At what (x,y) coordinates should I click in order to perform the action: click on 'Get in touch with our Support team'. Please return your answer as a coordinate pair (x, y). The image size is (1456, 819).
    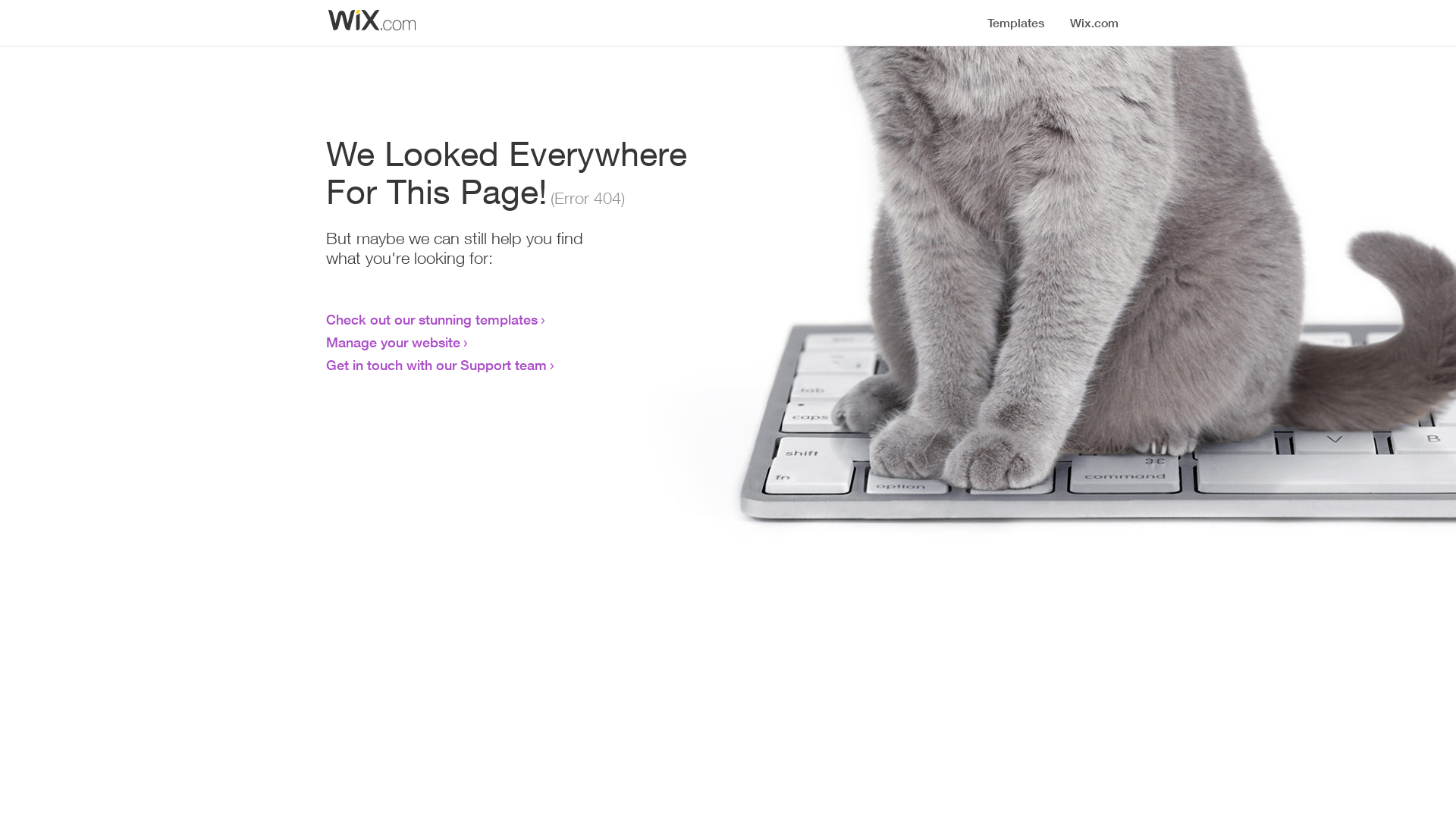
    Looking at the image, I should click on (435, 365).